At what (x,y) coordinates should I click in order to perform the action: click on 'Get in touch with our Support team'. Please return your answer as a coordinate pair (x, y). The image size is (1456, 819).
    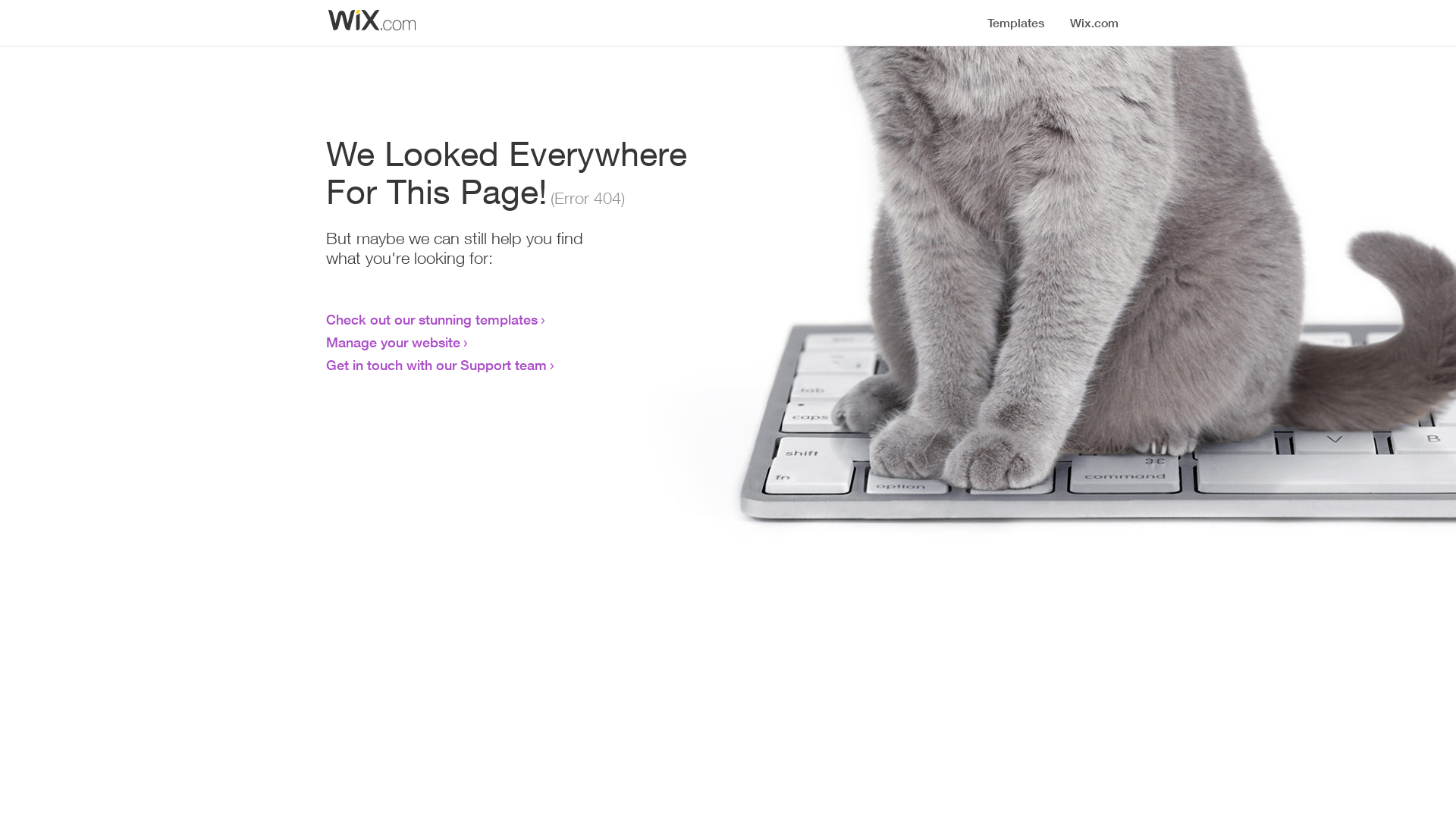
    Looking at the image, I should click on (435, 365).